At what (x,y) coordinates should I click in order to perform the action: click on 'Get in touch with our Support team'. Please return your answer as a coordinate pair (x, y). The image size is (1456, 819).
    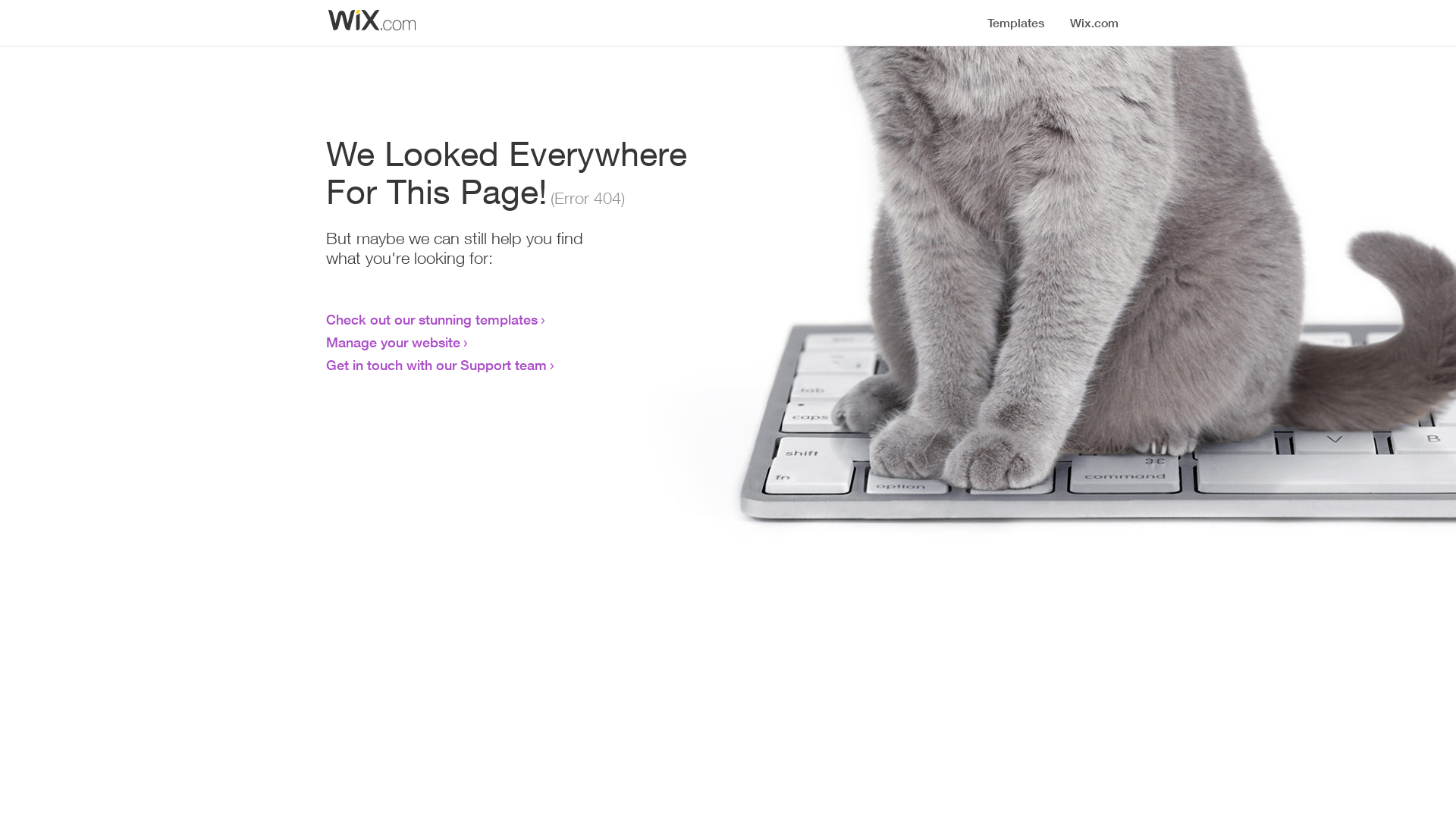
    Looking at the image, I should click on (435, 365).